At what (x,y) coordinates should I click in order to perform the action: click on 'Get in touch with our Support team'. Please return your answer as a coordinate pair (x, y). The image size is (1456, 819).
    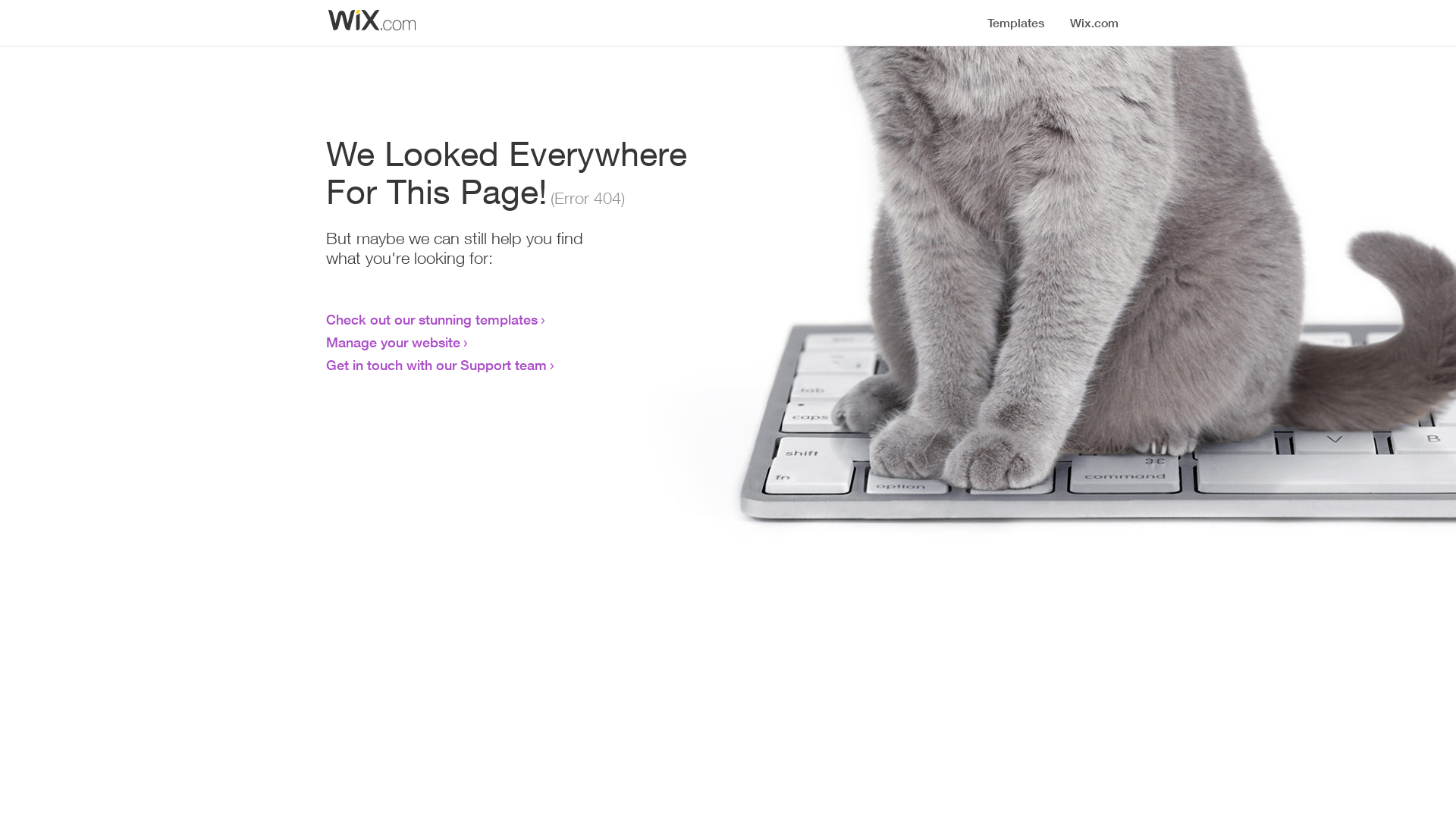
    Looking at the image, I should click on (435, 365).